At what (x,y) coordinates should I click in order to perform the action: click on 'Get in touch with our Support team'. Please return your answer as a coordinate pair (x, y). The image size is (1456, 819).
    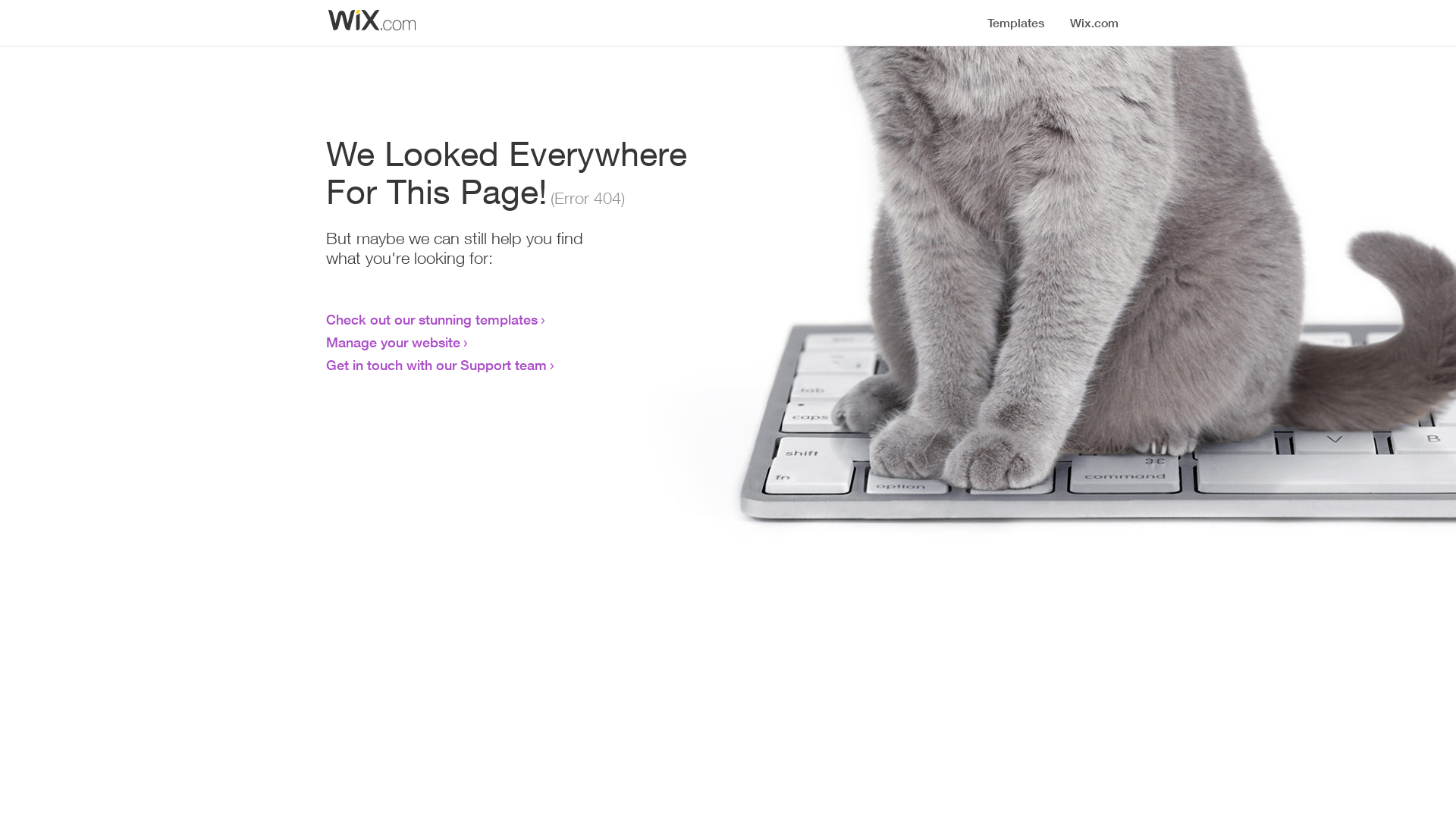
    Looking at the image, I should click on (435, 365).